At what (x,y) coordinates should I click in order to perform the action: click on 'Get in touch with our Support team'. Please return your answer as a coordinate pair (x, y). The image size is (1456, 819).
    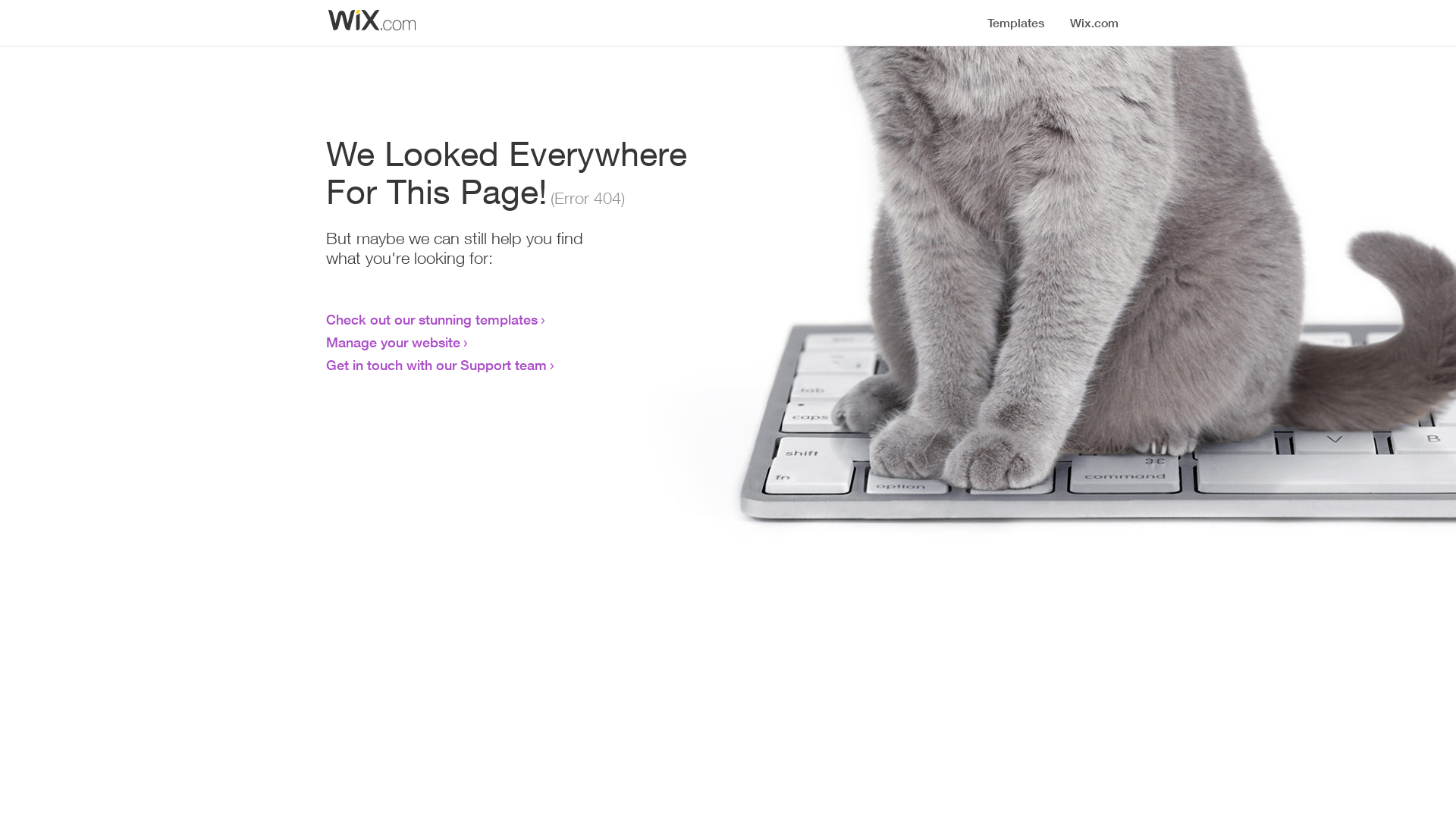
    Looking at the image, I should click on (435, 365).